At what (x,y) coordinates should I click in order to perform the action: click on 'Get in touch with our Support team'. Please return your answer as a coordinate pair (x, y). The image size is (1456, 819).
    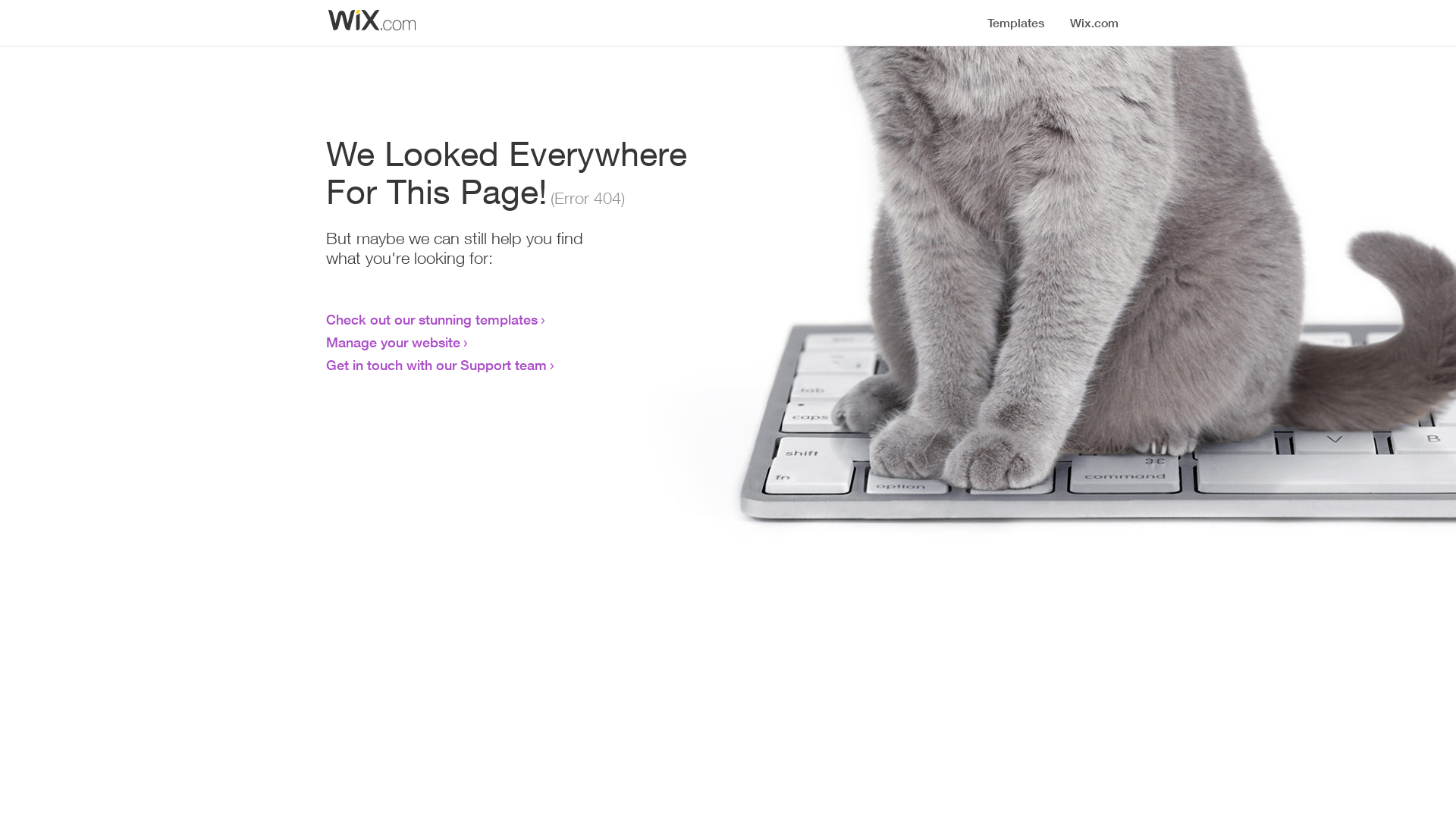
    Looking at the image, I should click on (435, 365).